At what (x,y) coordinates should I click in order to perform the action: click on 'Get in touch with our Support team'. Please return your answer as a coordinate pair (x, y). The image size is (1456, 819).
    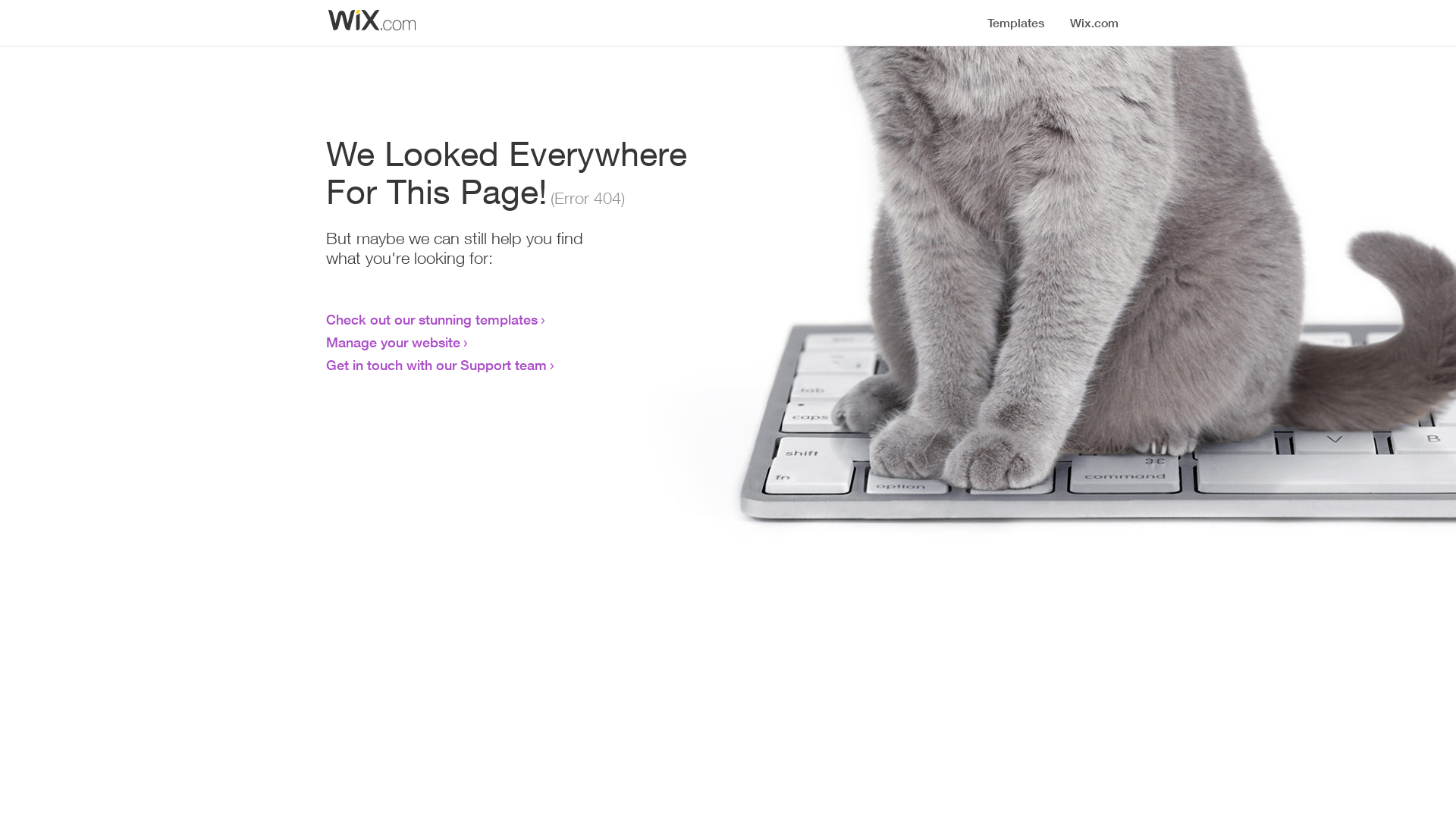
    Looking at the image, I should click on (435, 365).